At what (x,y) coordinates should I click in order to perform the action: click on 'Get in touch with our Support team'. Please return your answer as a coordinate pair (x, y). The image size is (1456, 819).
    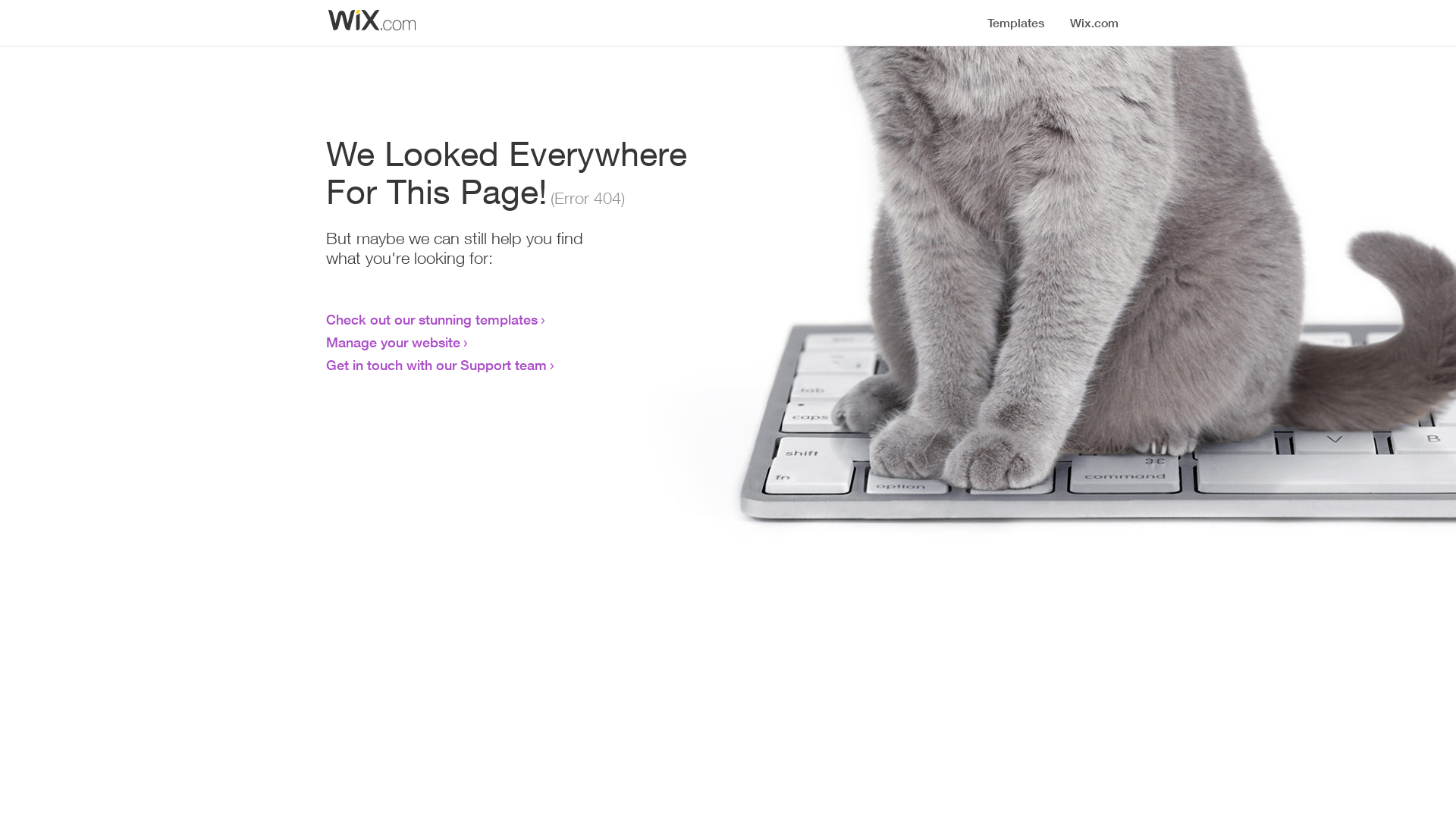
    Looking at the image, I should click on (435, 365).